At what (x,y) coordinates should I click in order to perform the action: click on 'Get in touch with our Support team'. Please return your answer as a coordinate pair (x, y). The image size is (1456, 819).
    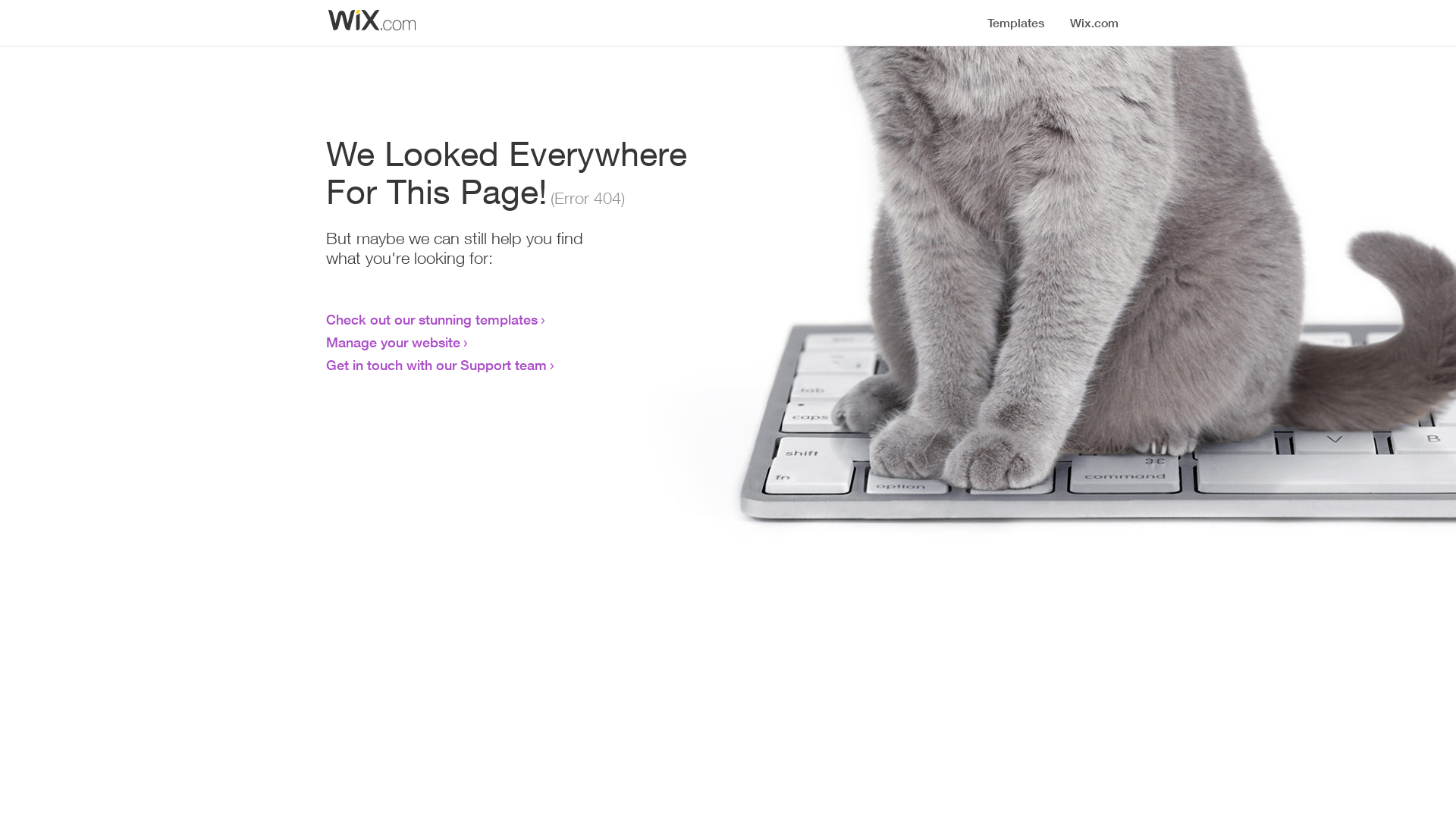
    Looking at the image, I should click on (435, 365).